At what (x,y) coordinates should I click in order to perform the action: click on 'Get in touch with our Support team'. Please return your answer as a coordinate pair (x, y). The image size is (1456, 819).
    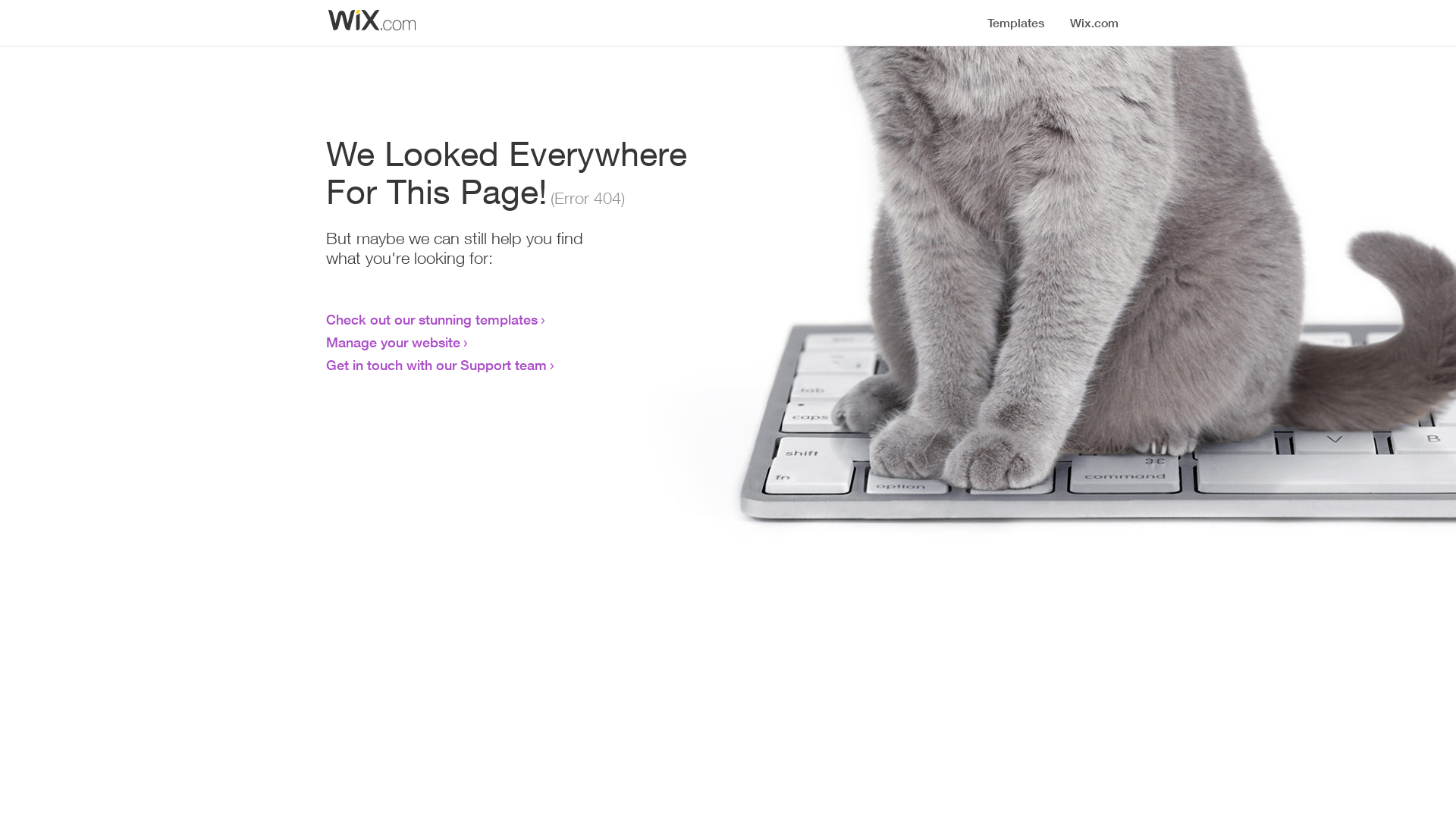
    Looking at the image, I should click on (435, 365).